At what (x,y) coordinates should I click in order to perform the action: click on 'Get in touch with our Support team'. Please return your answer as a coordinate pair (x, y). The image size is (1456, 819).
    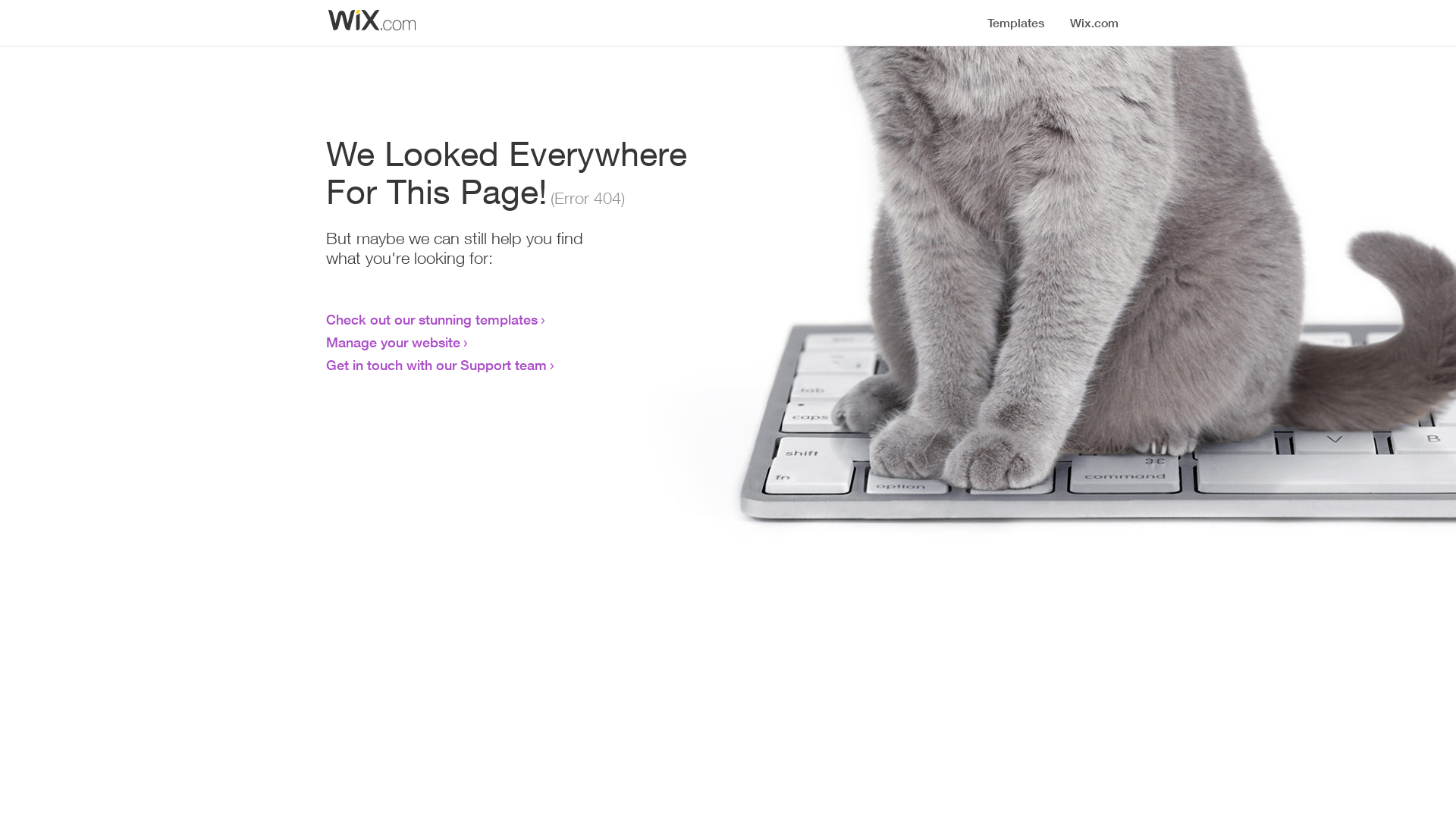
    Looking at the image, I should click on (435, 365).